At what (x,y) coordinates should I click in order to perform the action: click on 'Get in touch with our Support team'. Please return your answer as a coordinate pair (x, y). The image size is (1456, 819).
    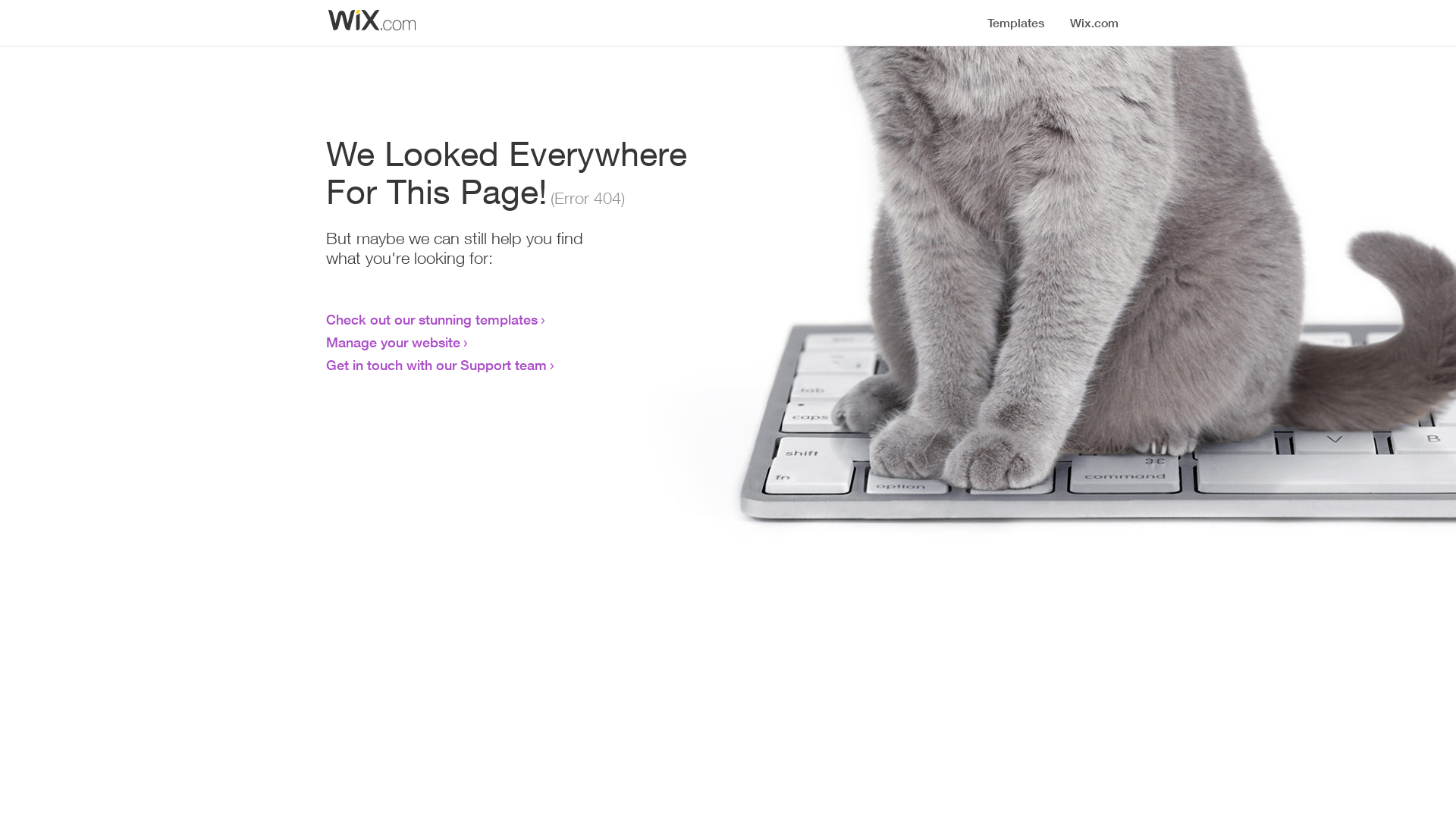
    Looking at the image, I should click on (435, 365).